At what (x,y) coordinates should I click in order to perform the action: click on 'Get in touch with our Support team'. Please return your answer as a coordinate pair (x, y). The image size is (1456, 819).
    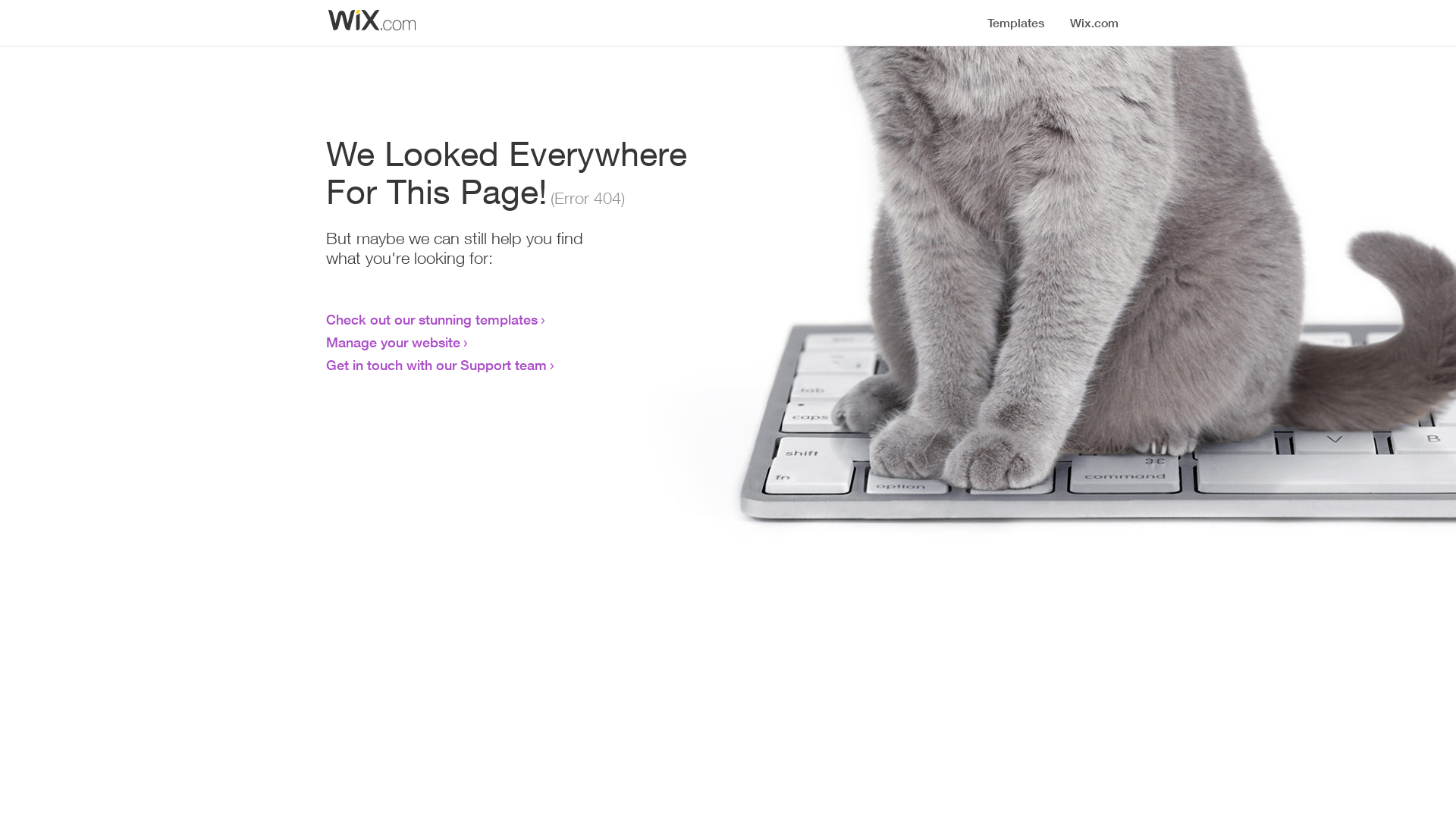
    Looking at the image, I should click on (435, 365).